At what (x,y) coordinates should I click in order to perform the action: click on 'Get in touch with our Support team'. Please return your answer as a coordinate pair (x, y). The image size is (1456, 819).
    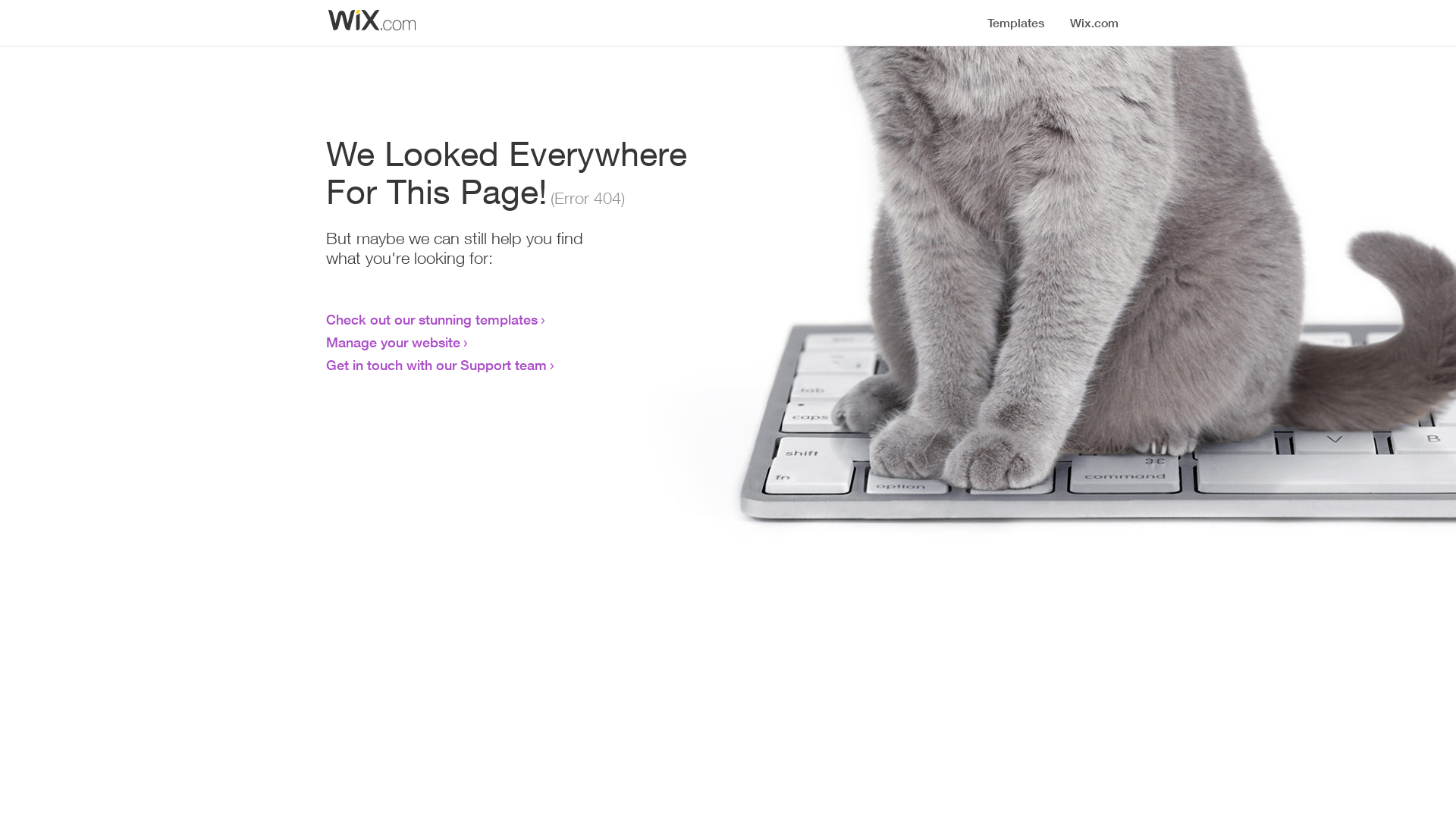
    Looking at the image, I should click on (435, 365).